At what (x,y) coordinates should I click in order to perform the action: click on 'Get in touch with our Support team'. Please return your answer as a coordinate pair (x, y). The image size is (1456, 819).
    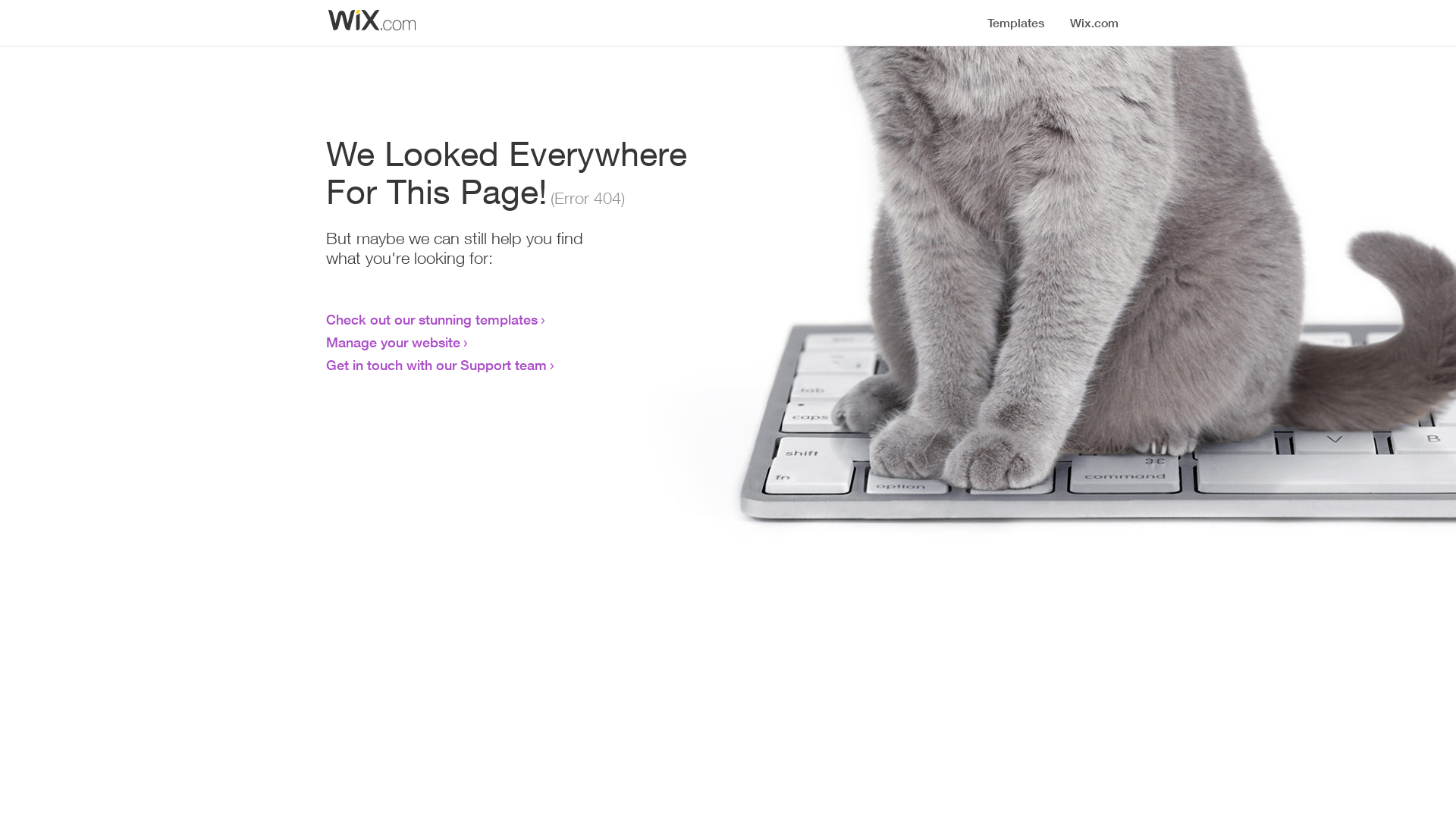
    Looking at the image, I should click on (435, 365).